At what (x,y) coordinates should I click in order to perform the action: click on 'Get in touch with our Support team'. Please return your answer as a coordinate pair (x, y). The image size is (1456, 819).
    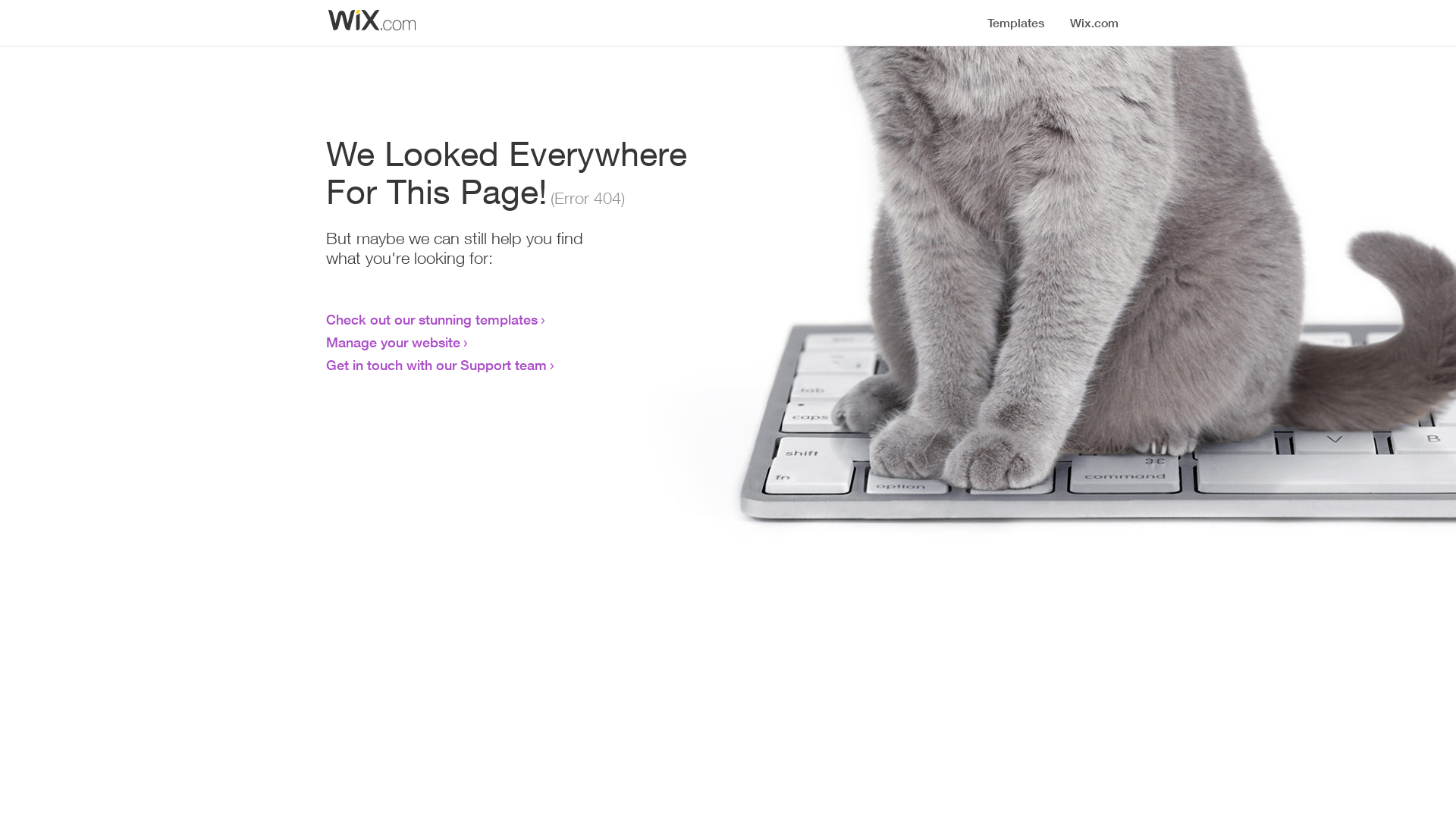
    Looking at the image, I should click on (435, 365).